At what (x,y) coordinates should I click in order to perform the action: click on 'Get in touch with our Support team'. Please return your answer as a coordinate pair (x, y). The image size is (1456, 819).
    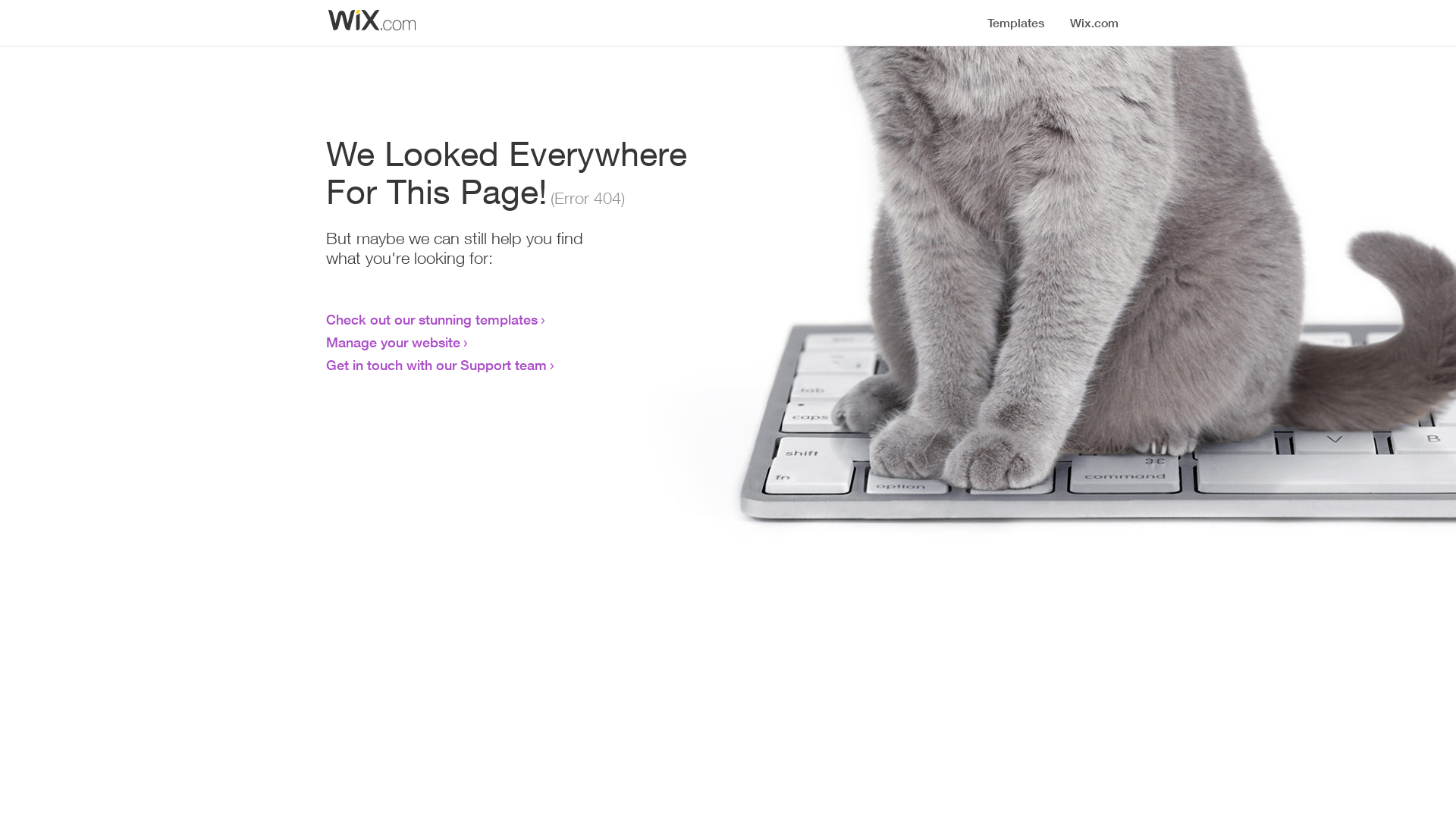
    Looking at the image, I should click on (435, 365).